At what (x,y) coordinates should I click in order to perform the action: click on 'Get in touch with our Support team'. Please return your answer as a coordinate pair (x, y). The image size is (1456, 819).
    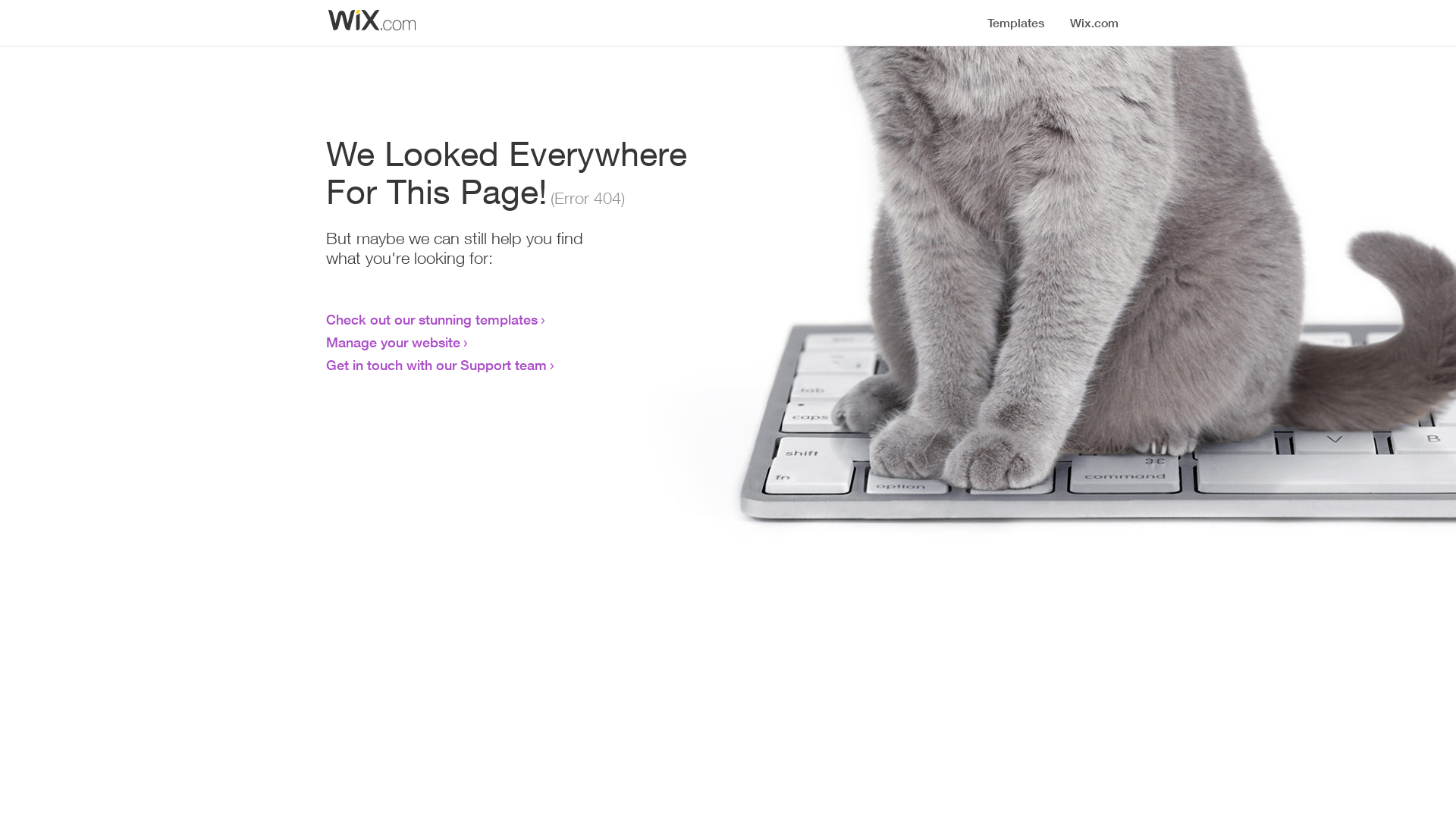
    Looking at the image, I should click on (435, 365).